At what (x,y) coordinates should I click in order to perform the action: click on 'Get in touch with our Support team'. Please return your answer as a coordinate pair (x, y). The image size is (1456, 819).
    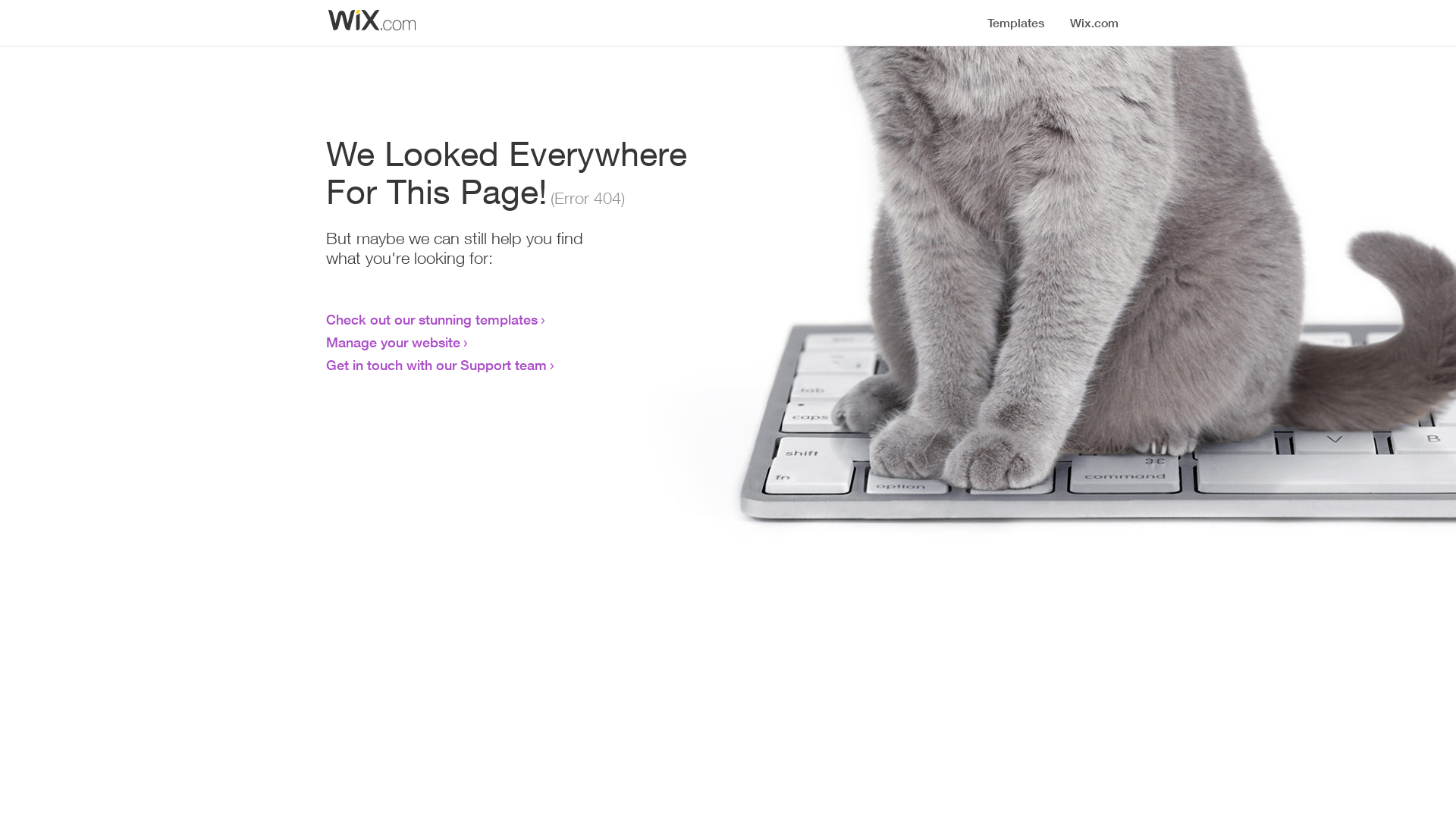
    Looking at the image, I should click on (435, 365).